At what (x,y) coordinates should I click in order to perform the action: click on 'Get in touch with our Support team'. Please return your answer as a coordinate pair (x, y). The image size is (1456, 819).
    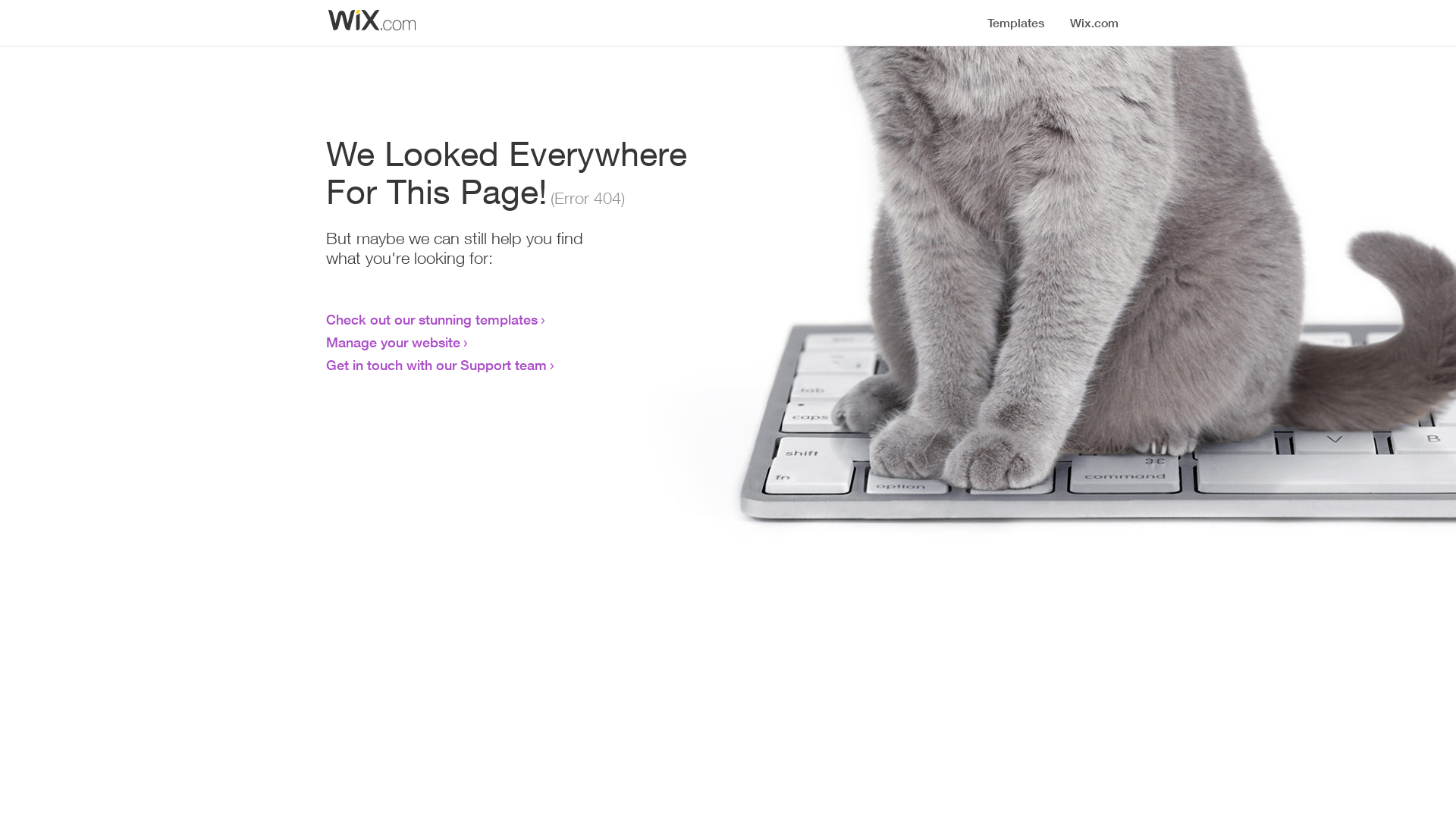
    Looking at the image, I should click on (435, 365).